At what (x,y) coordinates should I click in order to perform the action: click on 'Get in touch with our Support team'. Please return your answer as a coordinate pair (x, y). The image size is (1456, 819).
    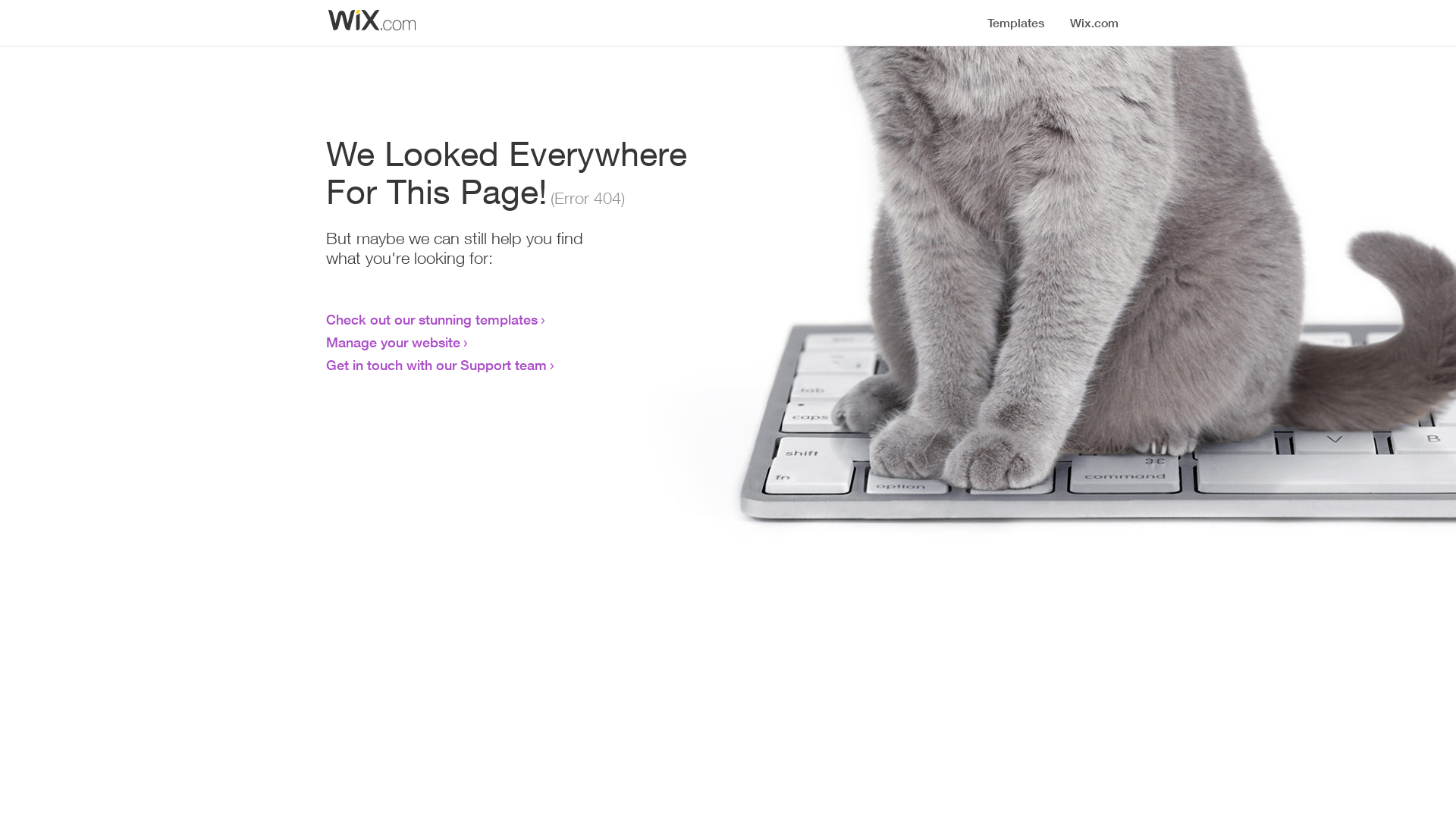
    Looking at the image, I should click on (435, 365).